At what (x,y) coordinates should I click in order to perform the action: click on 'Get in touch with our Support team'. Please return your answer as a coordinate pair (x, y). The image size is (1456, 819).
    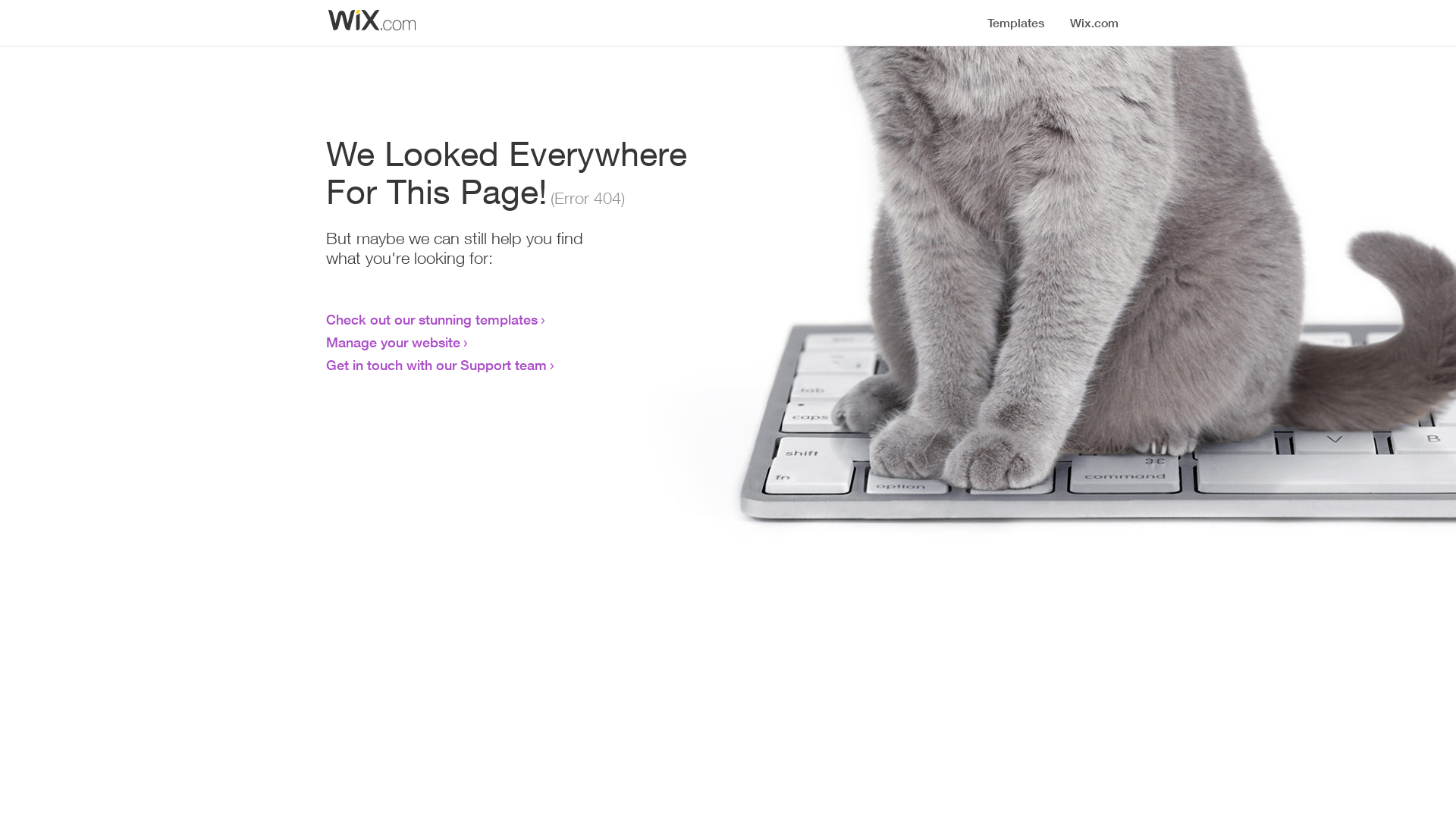
    Looking at the image, I should click on (435, 365).